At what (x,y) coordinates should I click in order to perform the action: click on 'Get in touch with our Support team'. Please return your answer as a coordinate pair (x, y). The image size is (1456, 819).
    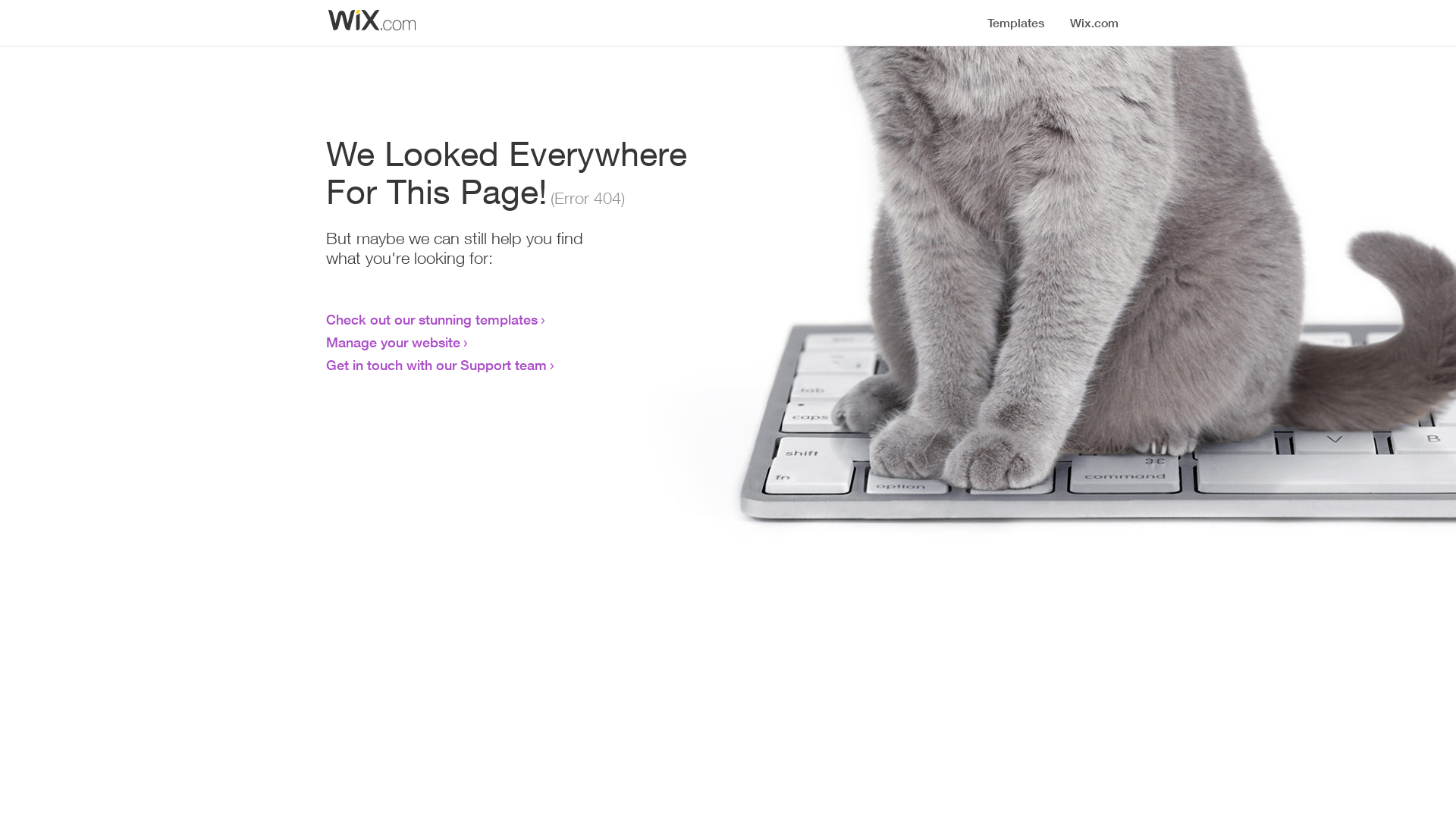
    Looking at the image, I should click on (435, 365).